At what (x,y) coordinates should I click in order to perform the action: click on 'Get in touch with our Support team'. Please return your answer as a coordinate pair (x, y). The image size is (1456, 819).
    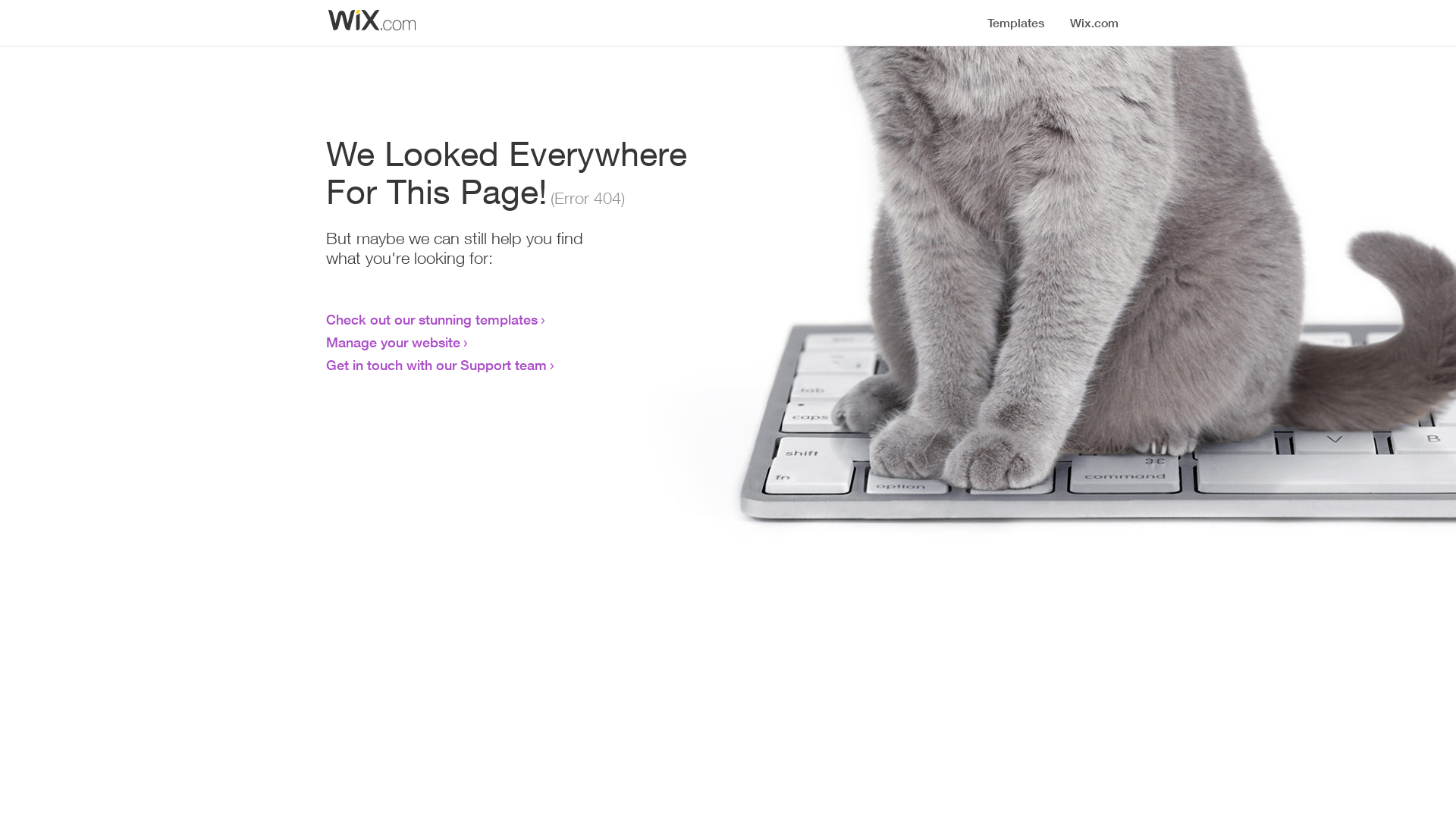
    Looking at the image, I should click on (435, 365).